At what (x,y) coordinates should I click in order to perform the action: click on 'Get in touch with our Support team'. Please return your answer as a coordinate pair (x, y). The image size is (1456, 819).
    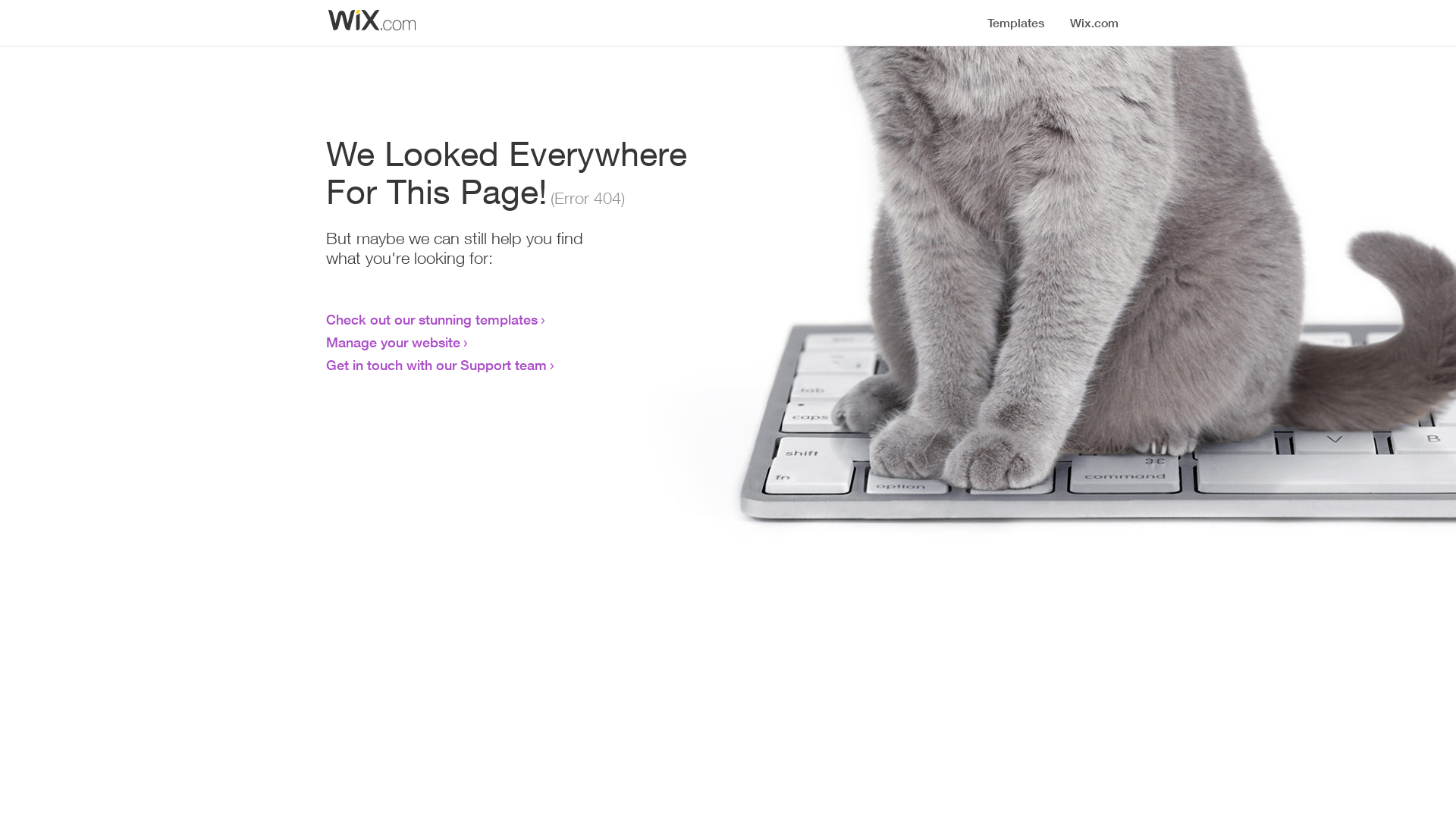
    Looking at the image, I should click on (435, 365).